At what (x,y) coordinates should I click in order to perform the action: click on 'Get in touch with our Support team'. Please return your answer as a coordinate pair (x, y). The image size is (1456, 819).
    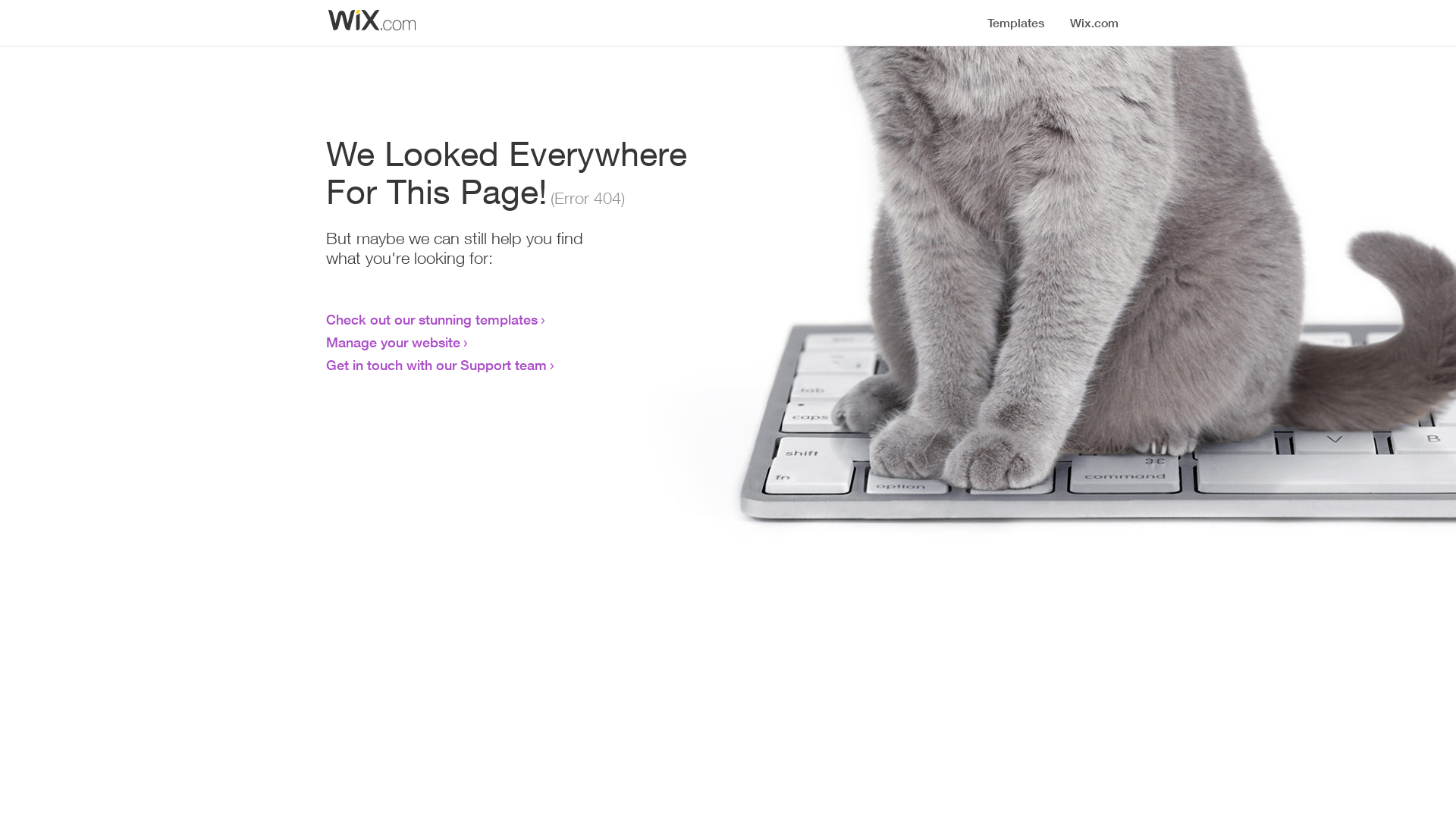
    Looking at the image, I should click on (435, 365).